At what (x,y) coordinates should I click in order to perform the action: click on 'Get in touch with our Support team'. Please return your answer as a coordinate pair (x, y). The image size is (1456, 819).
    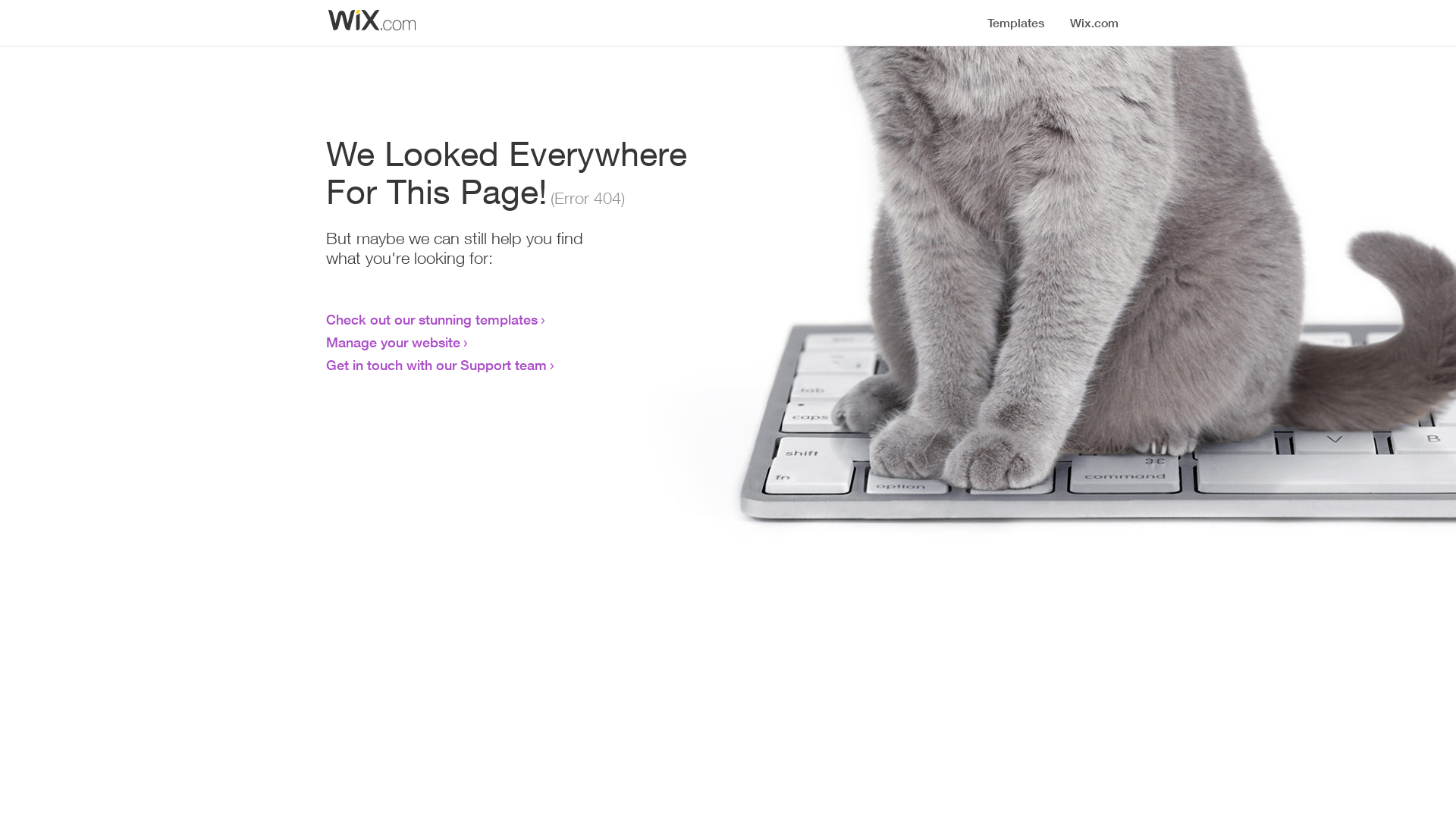
    Looking at the image, I should click on (435, 365).